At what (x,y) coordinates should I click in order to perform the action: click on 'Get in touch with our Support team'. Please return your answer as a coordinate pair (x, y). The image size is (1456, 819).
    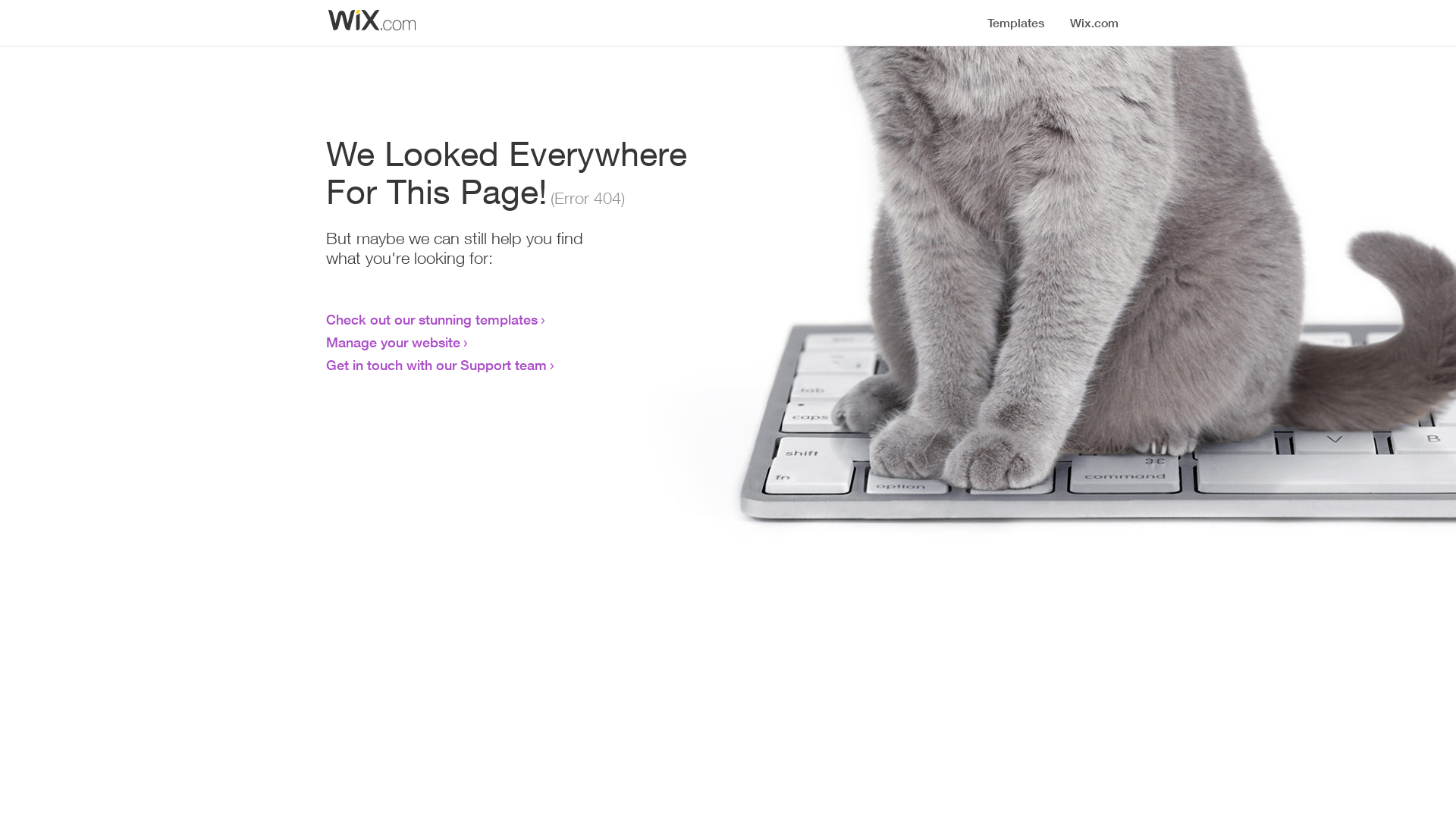
    Looking at the image, I should click on (435, 365).